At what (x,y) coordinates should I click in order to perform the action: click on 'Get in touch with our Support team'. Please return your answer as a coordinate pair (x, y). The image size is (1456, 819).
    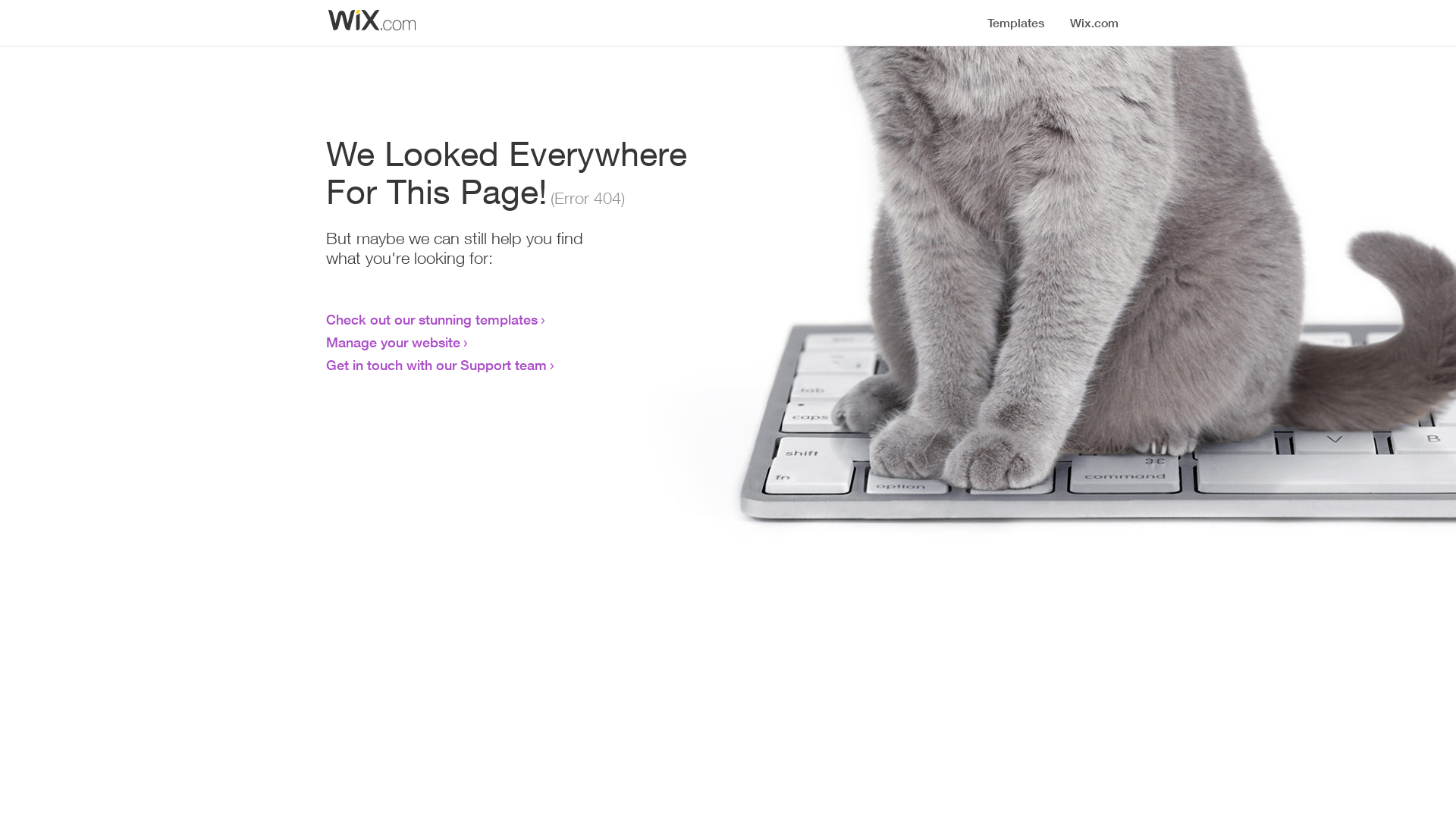
    Looking at the image, I should click on (435, 365).